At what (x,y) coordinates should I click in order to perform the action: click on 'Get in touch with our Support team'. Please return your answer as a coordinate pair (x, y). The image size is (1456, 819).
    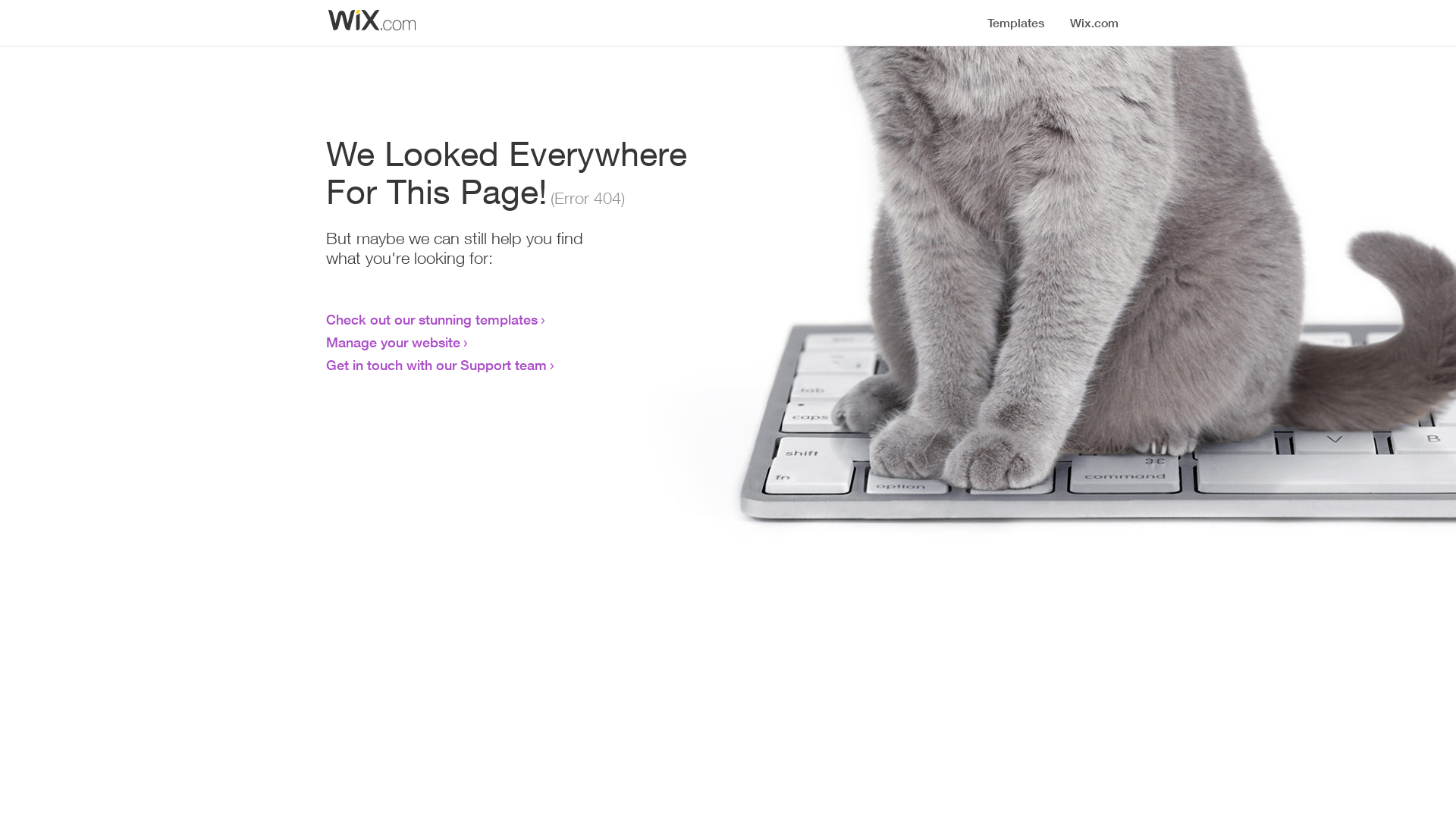
    Looking at the image, I should click on (435, 365).